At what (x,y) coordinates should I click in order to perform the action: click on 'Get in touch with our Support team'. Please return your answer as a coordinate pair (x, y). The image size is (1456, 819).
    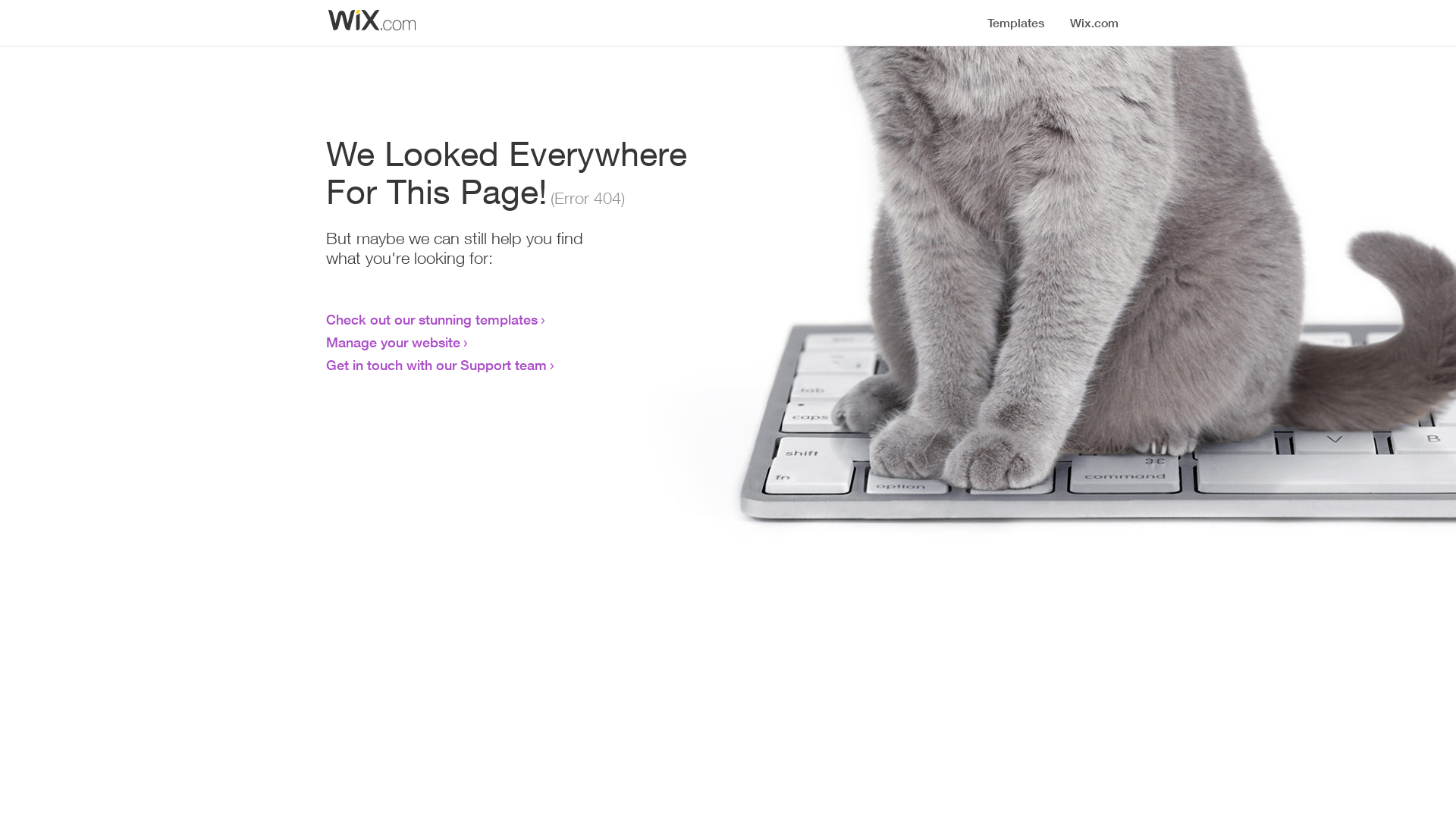
    Looking at the image, I should click on (435, 365).